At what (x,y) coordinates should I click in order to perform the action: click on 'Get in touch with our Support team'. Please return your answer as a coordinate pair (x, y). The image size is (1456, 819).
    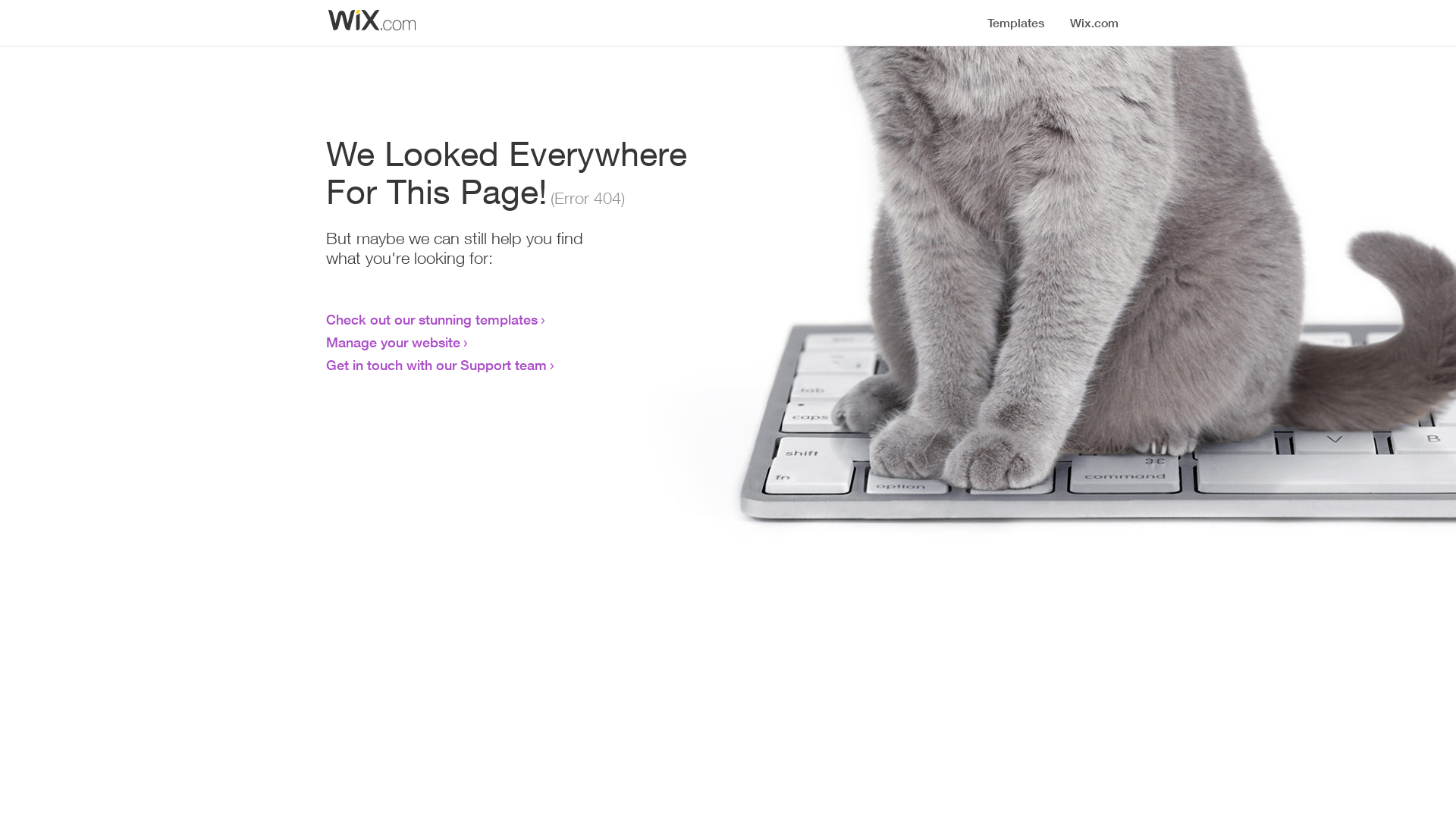
    Looking at the image, I should click on (435, 365).